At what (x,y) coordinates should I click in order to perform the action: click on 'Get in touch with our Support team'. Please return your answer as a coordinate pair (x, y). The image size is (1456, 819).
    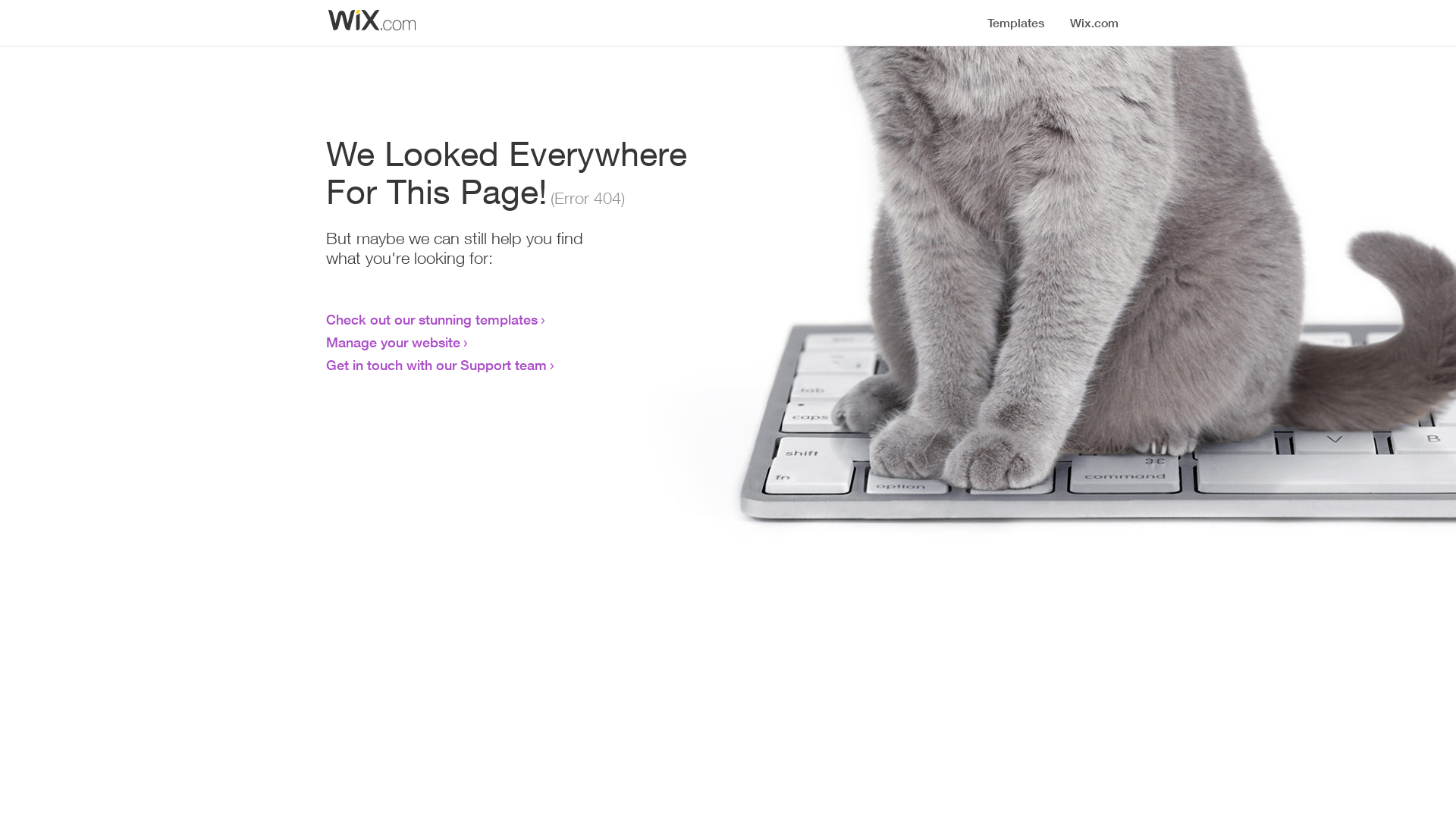
    Looking at the image, I should click on (435, 365).